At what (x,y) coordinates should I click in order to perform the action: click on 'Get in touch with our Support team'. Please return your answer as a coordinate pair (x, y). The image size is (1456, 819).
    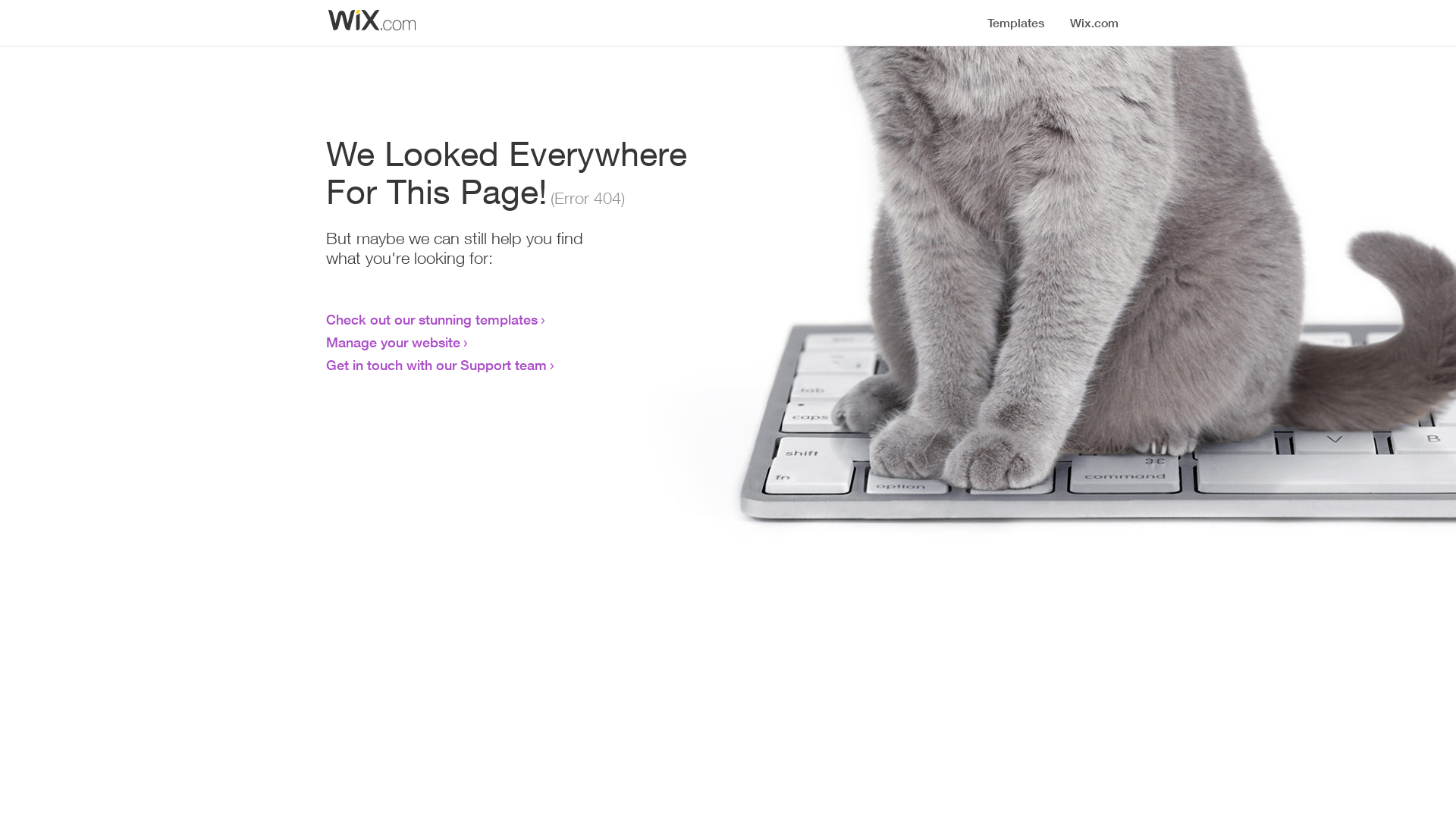
    Looking at the image, I should click on (435, 365).